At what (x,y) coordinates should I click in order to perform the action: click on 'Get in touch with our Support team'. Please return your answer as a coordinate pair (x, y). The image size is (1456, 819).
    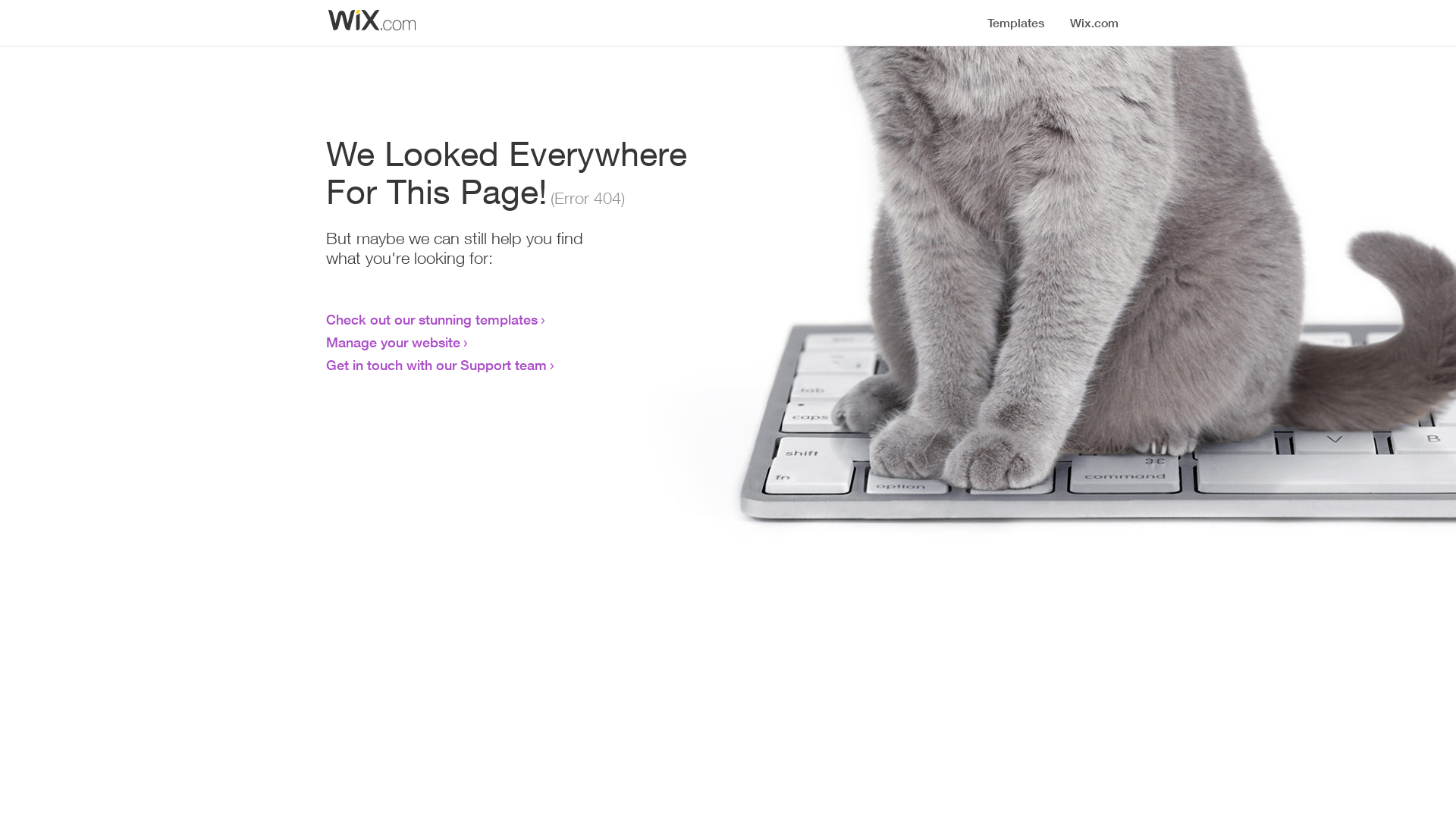
    Looking at the image, I should click on (435, 365).